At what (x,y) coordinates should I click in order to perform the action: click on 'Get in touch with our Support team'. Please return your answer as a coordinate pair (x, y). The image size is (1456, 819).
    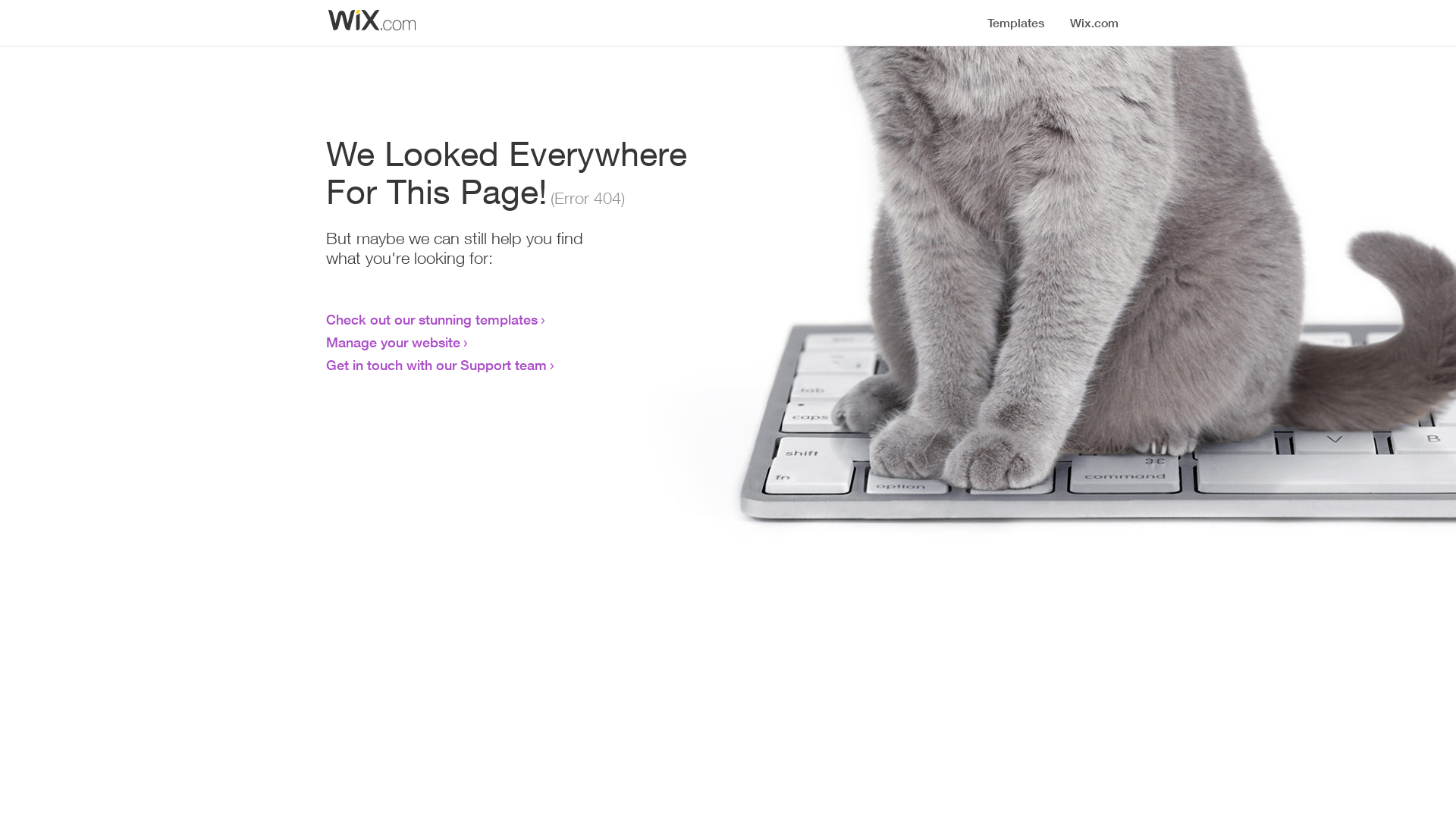
    Looking at the image, I should click on (435, 365).